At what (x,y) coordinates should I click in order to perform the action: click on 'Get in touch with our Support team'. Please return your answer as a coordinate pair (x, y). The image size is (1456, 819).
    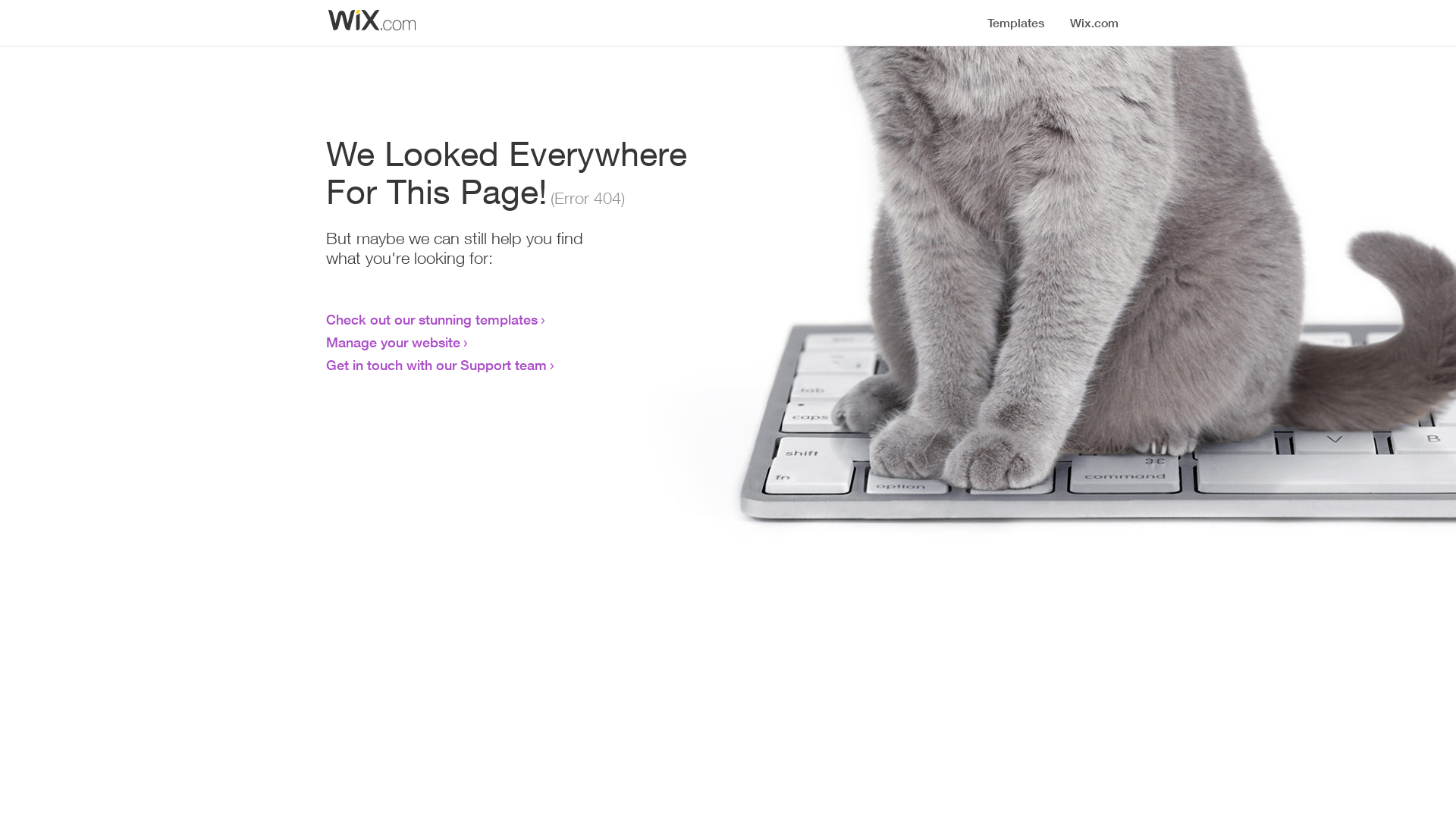
    Looking at the image, I should click on (435, 365).